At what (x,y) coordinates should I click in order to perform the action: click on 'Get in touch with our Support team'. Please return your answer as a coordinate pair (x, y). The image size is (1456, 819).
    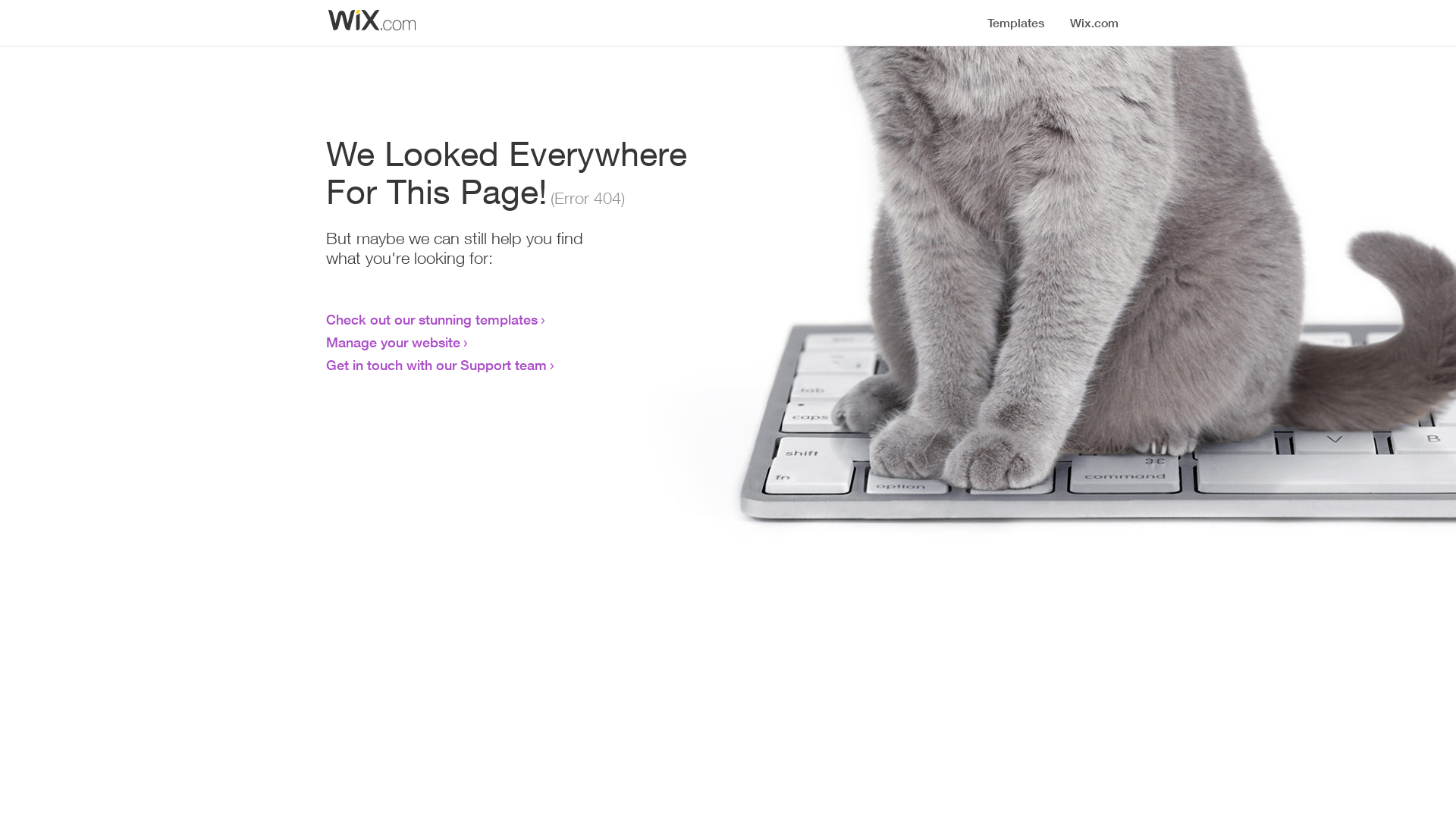
    Looking at the image, I should click on (435, 365).